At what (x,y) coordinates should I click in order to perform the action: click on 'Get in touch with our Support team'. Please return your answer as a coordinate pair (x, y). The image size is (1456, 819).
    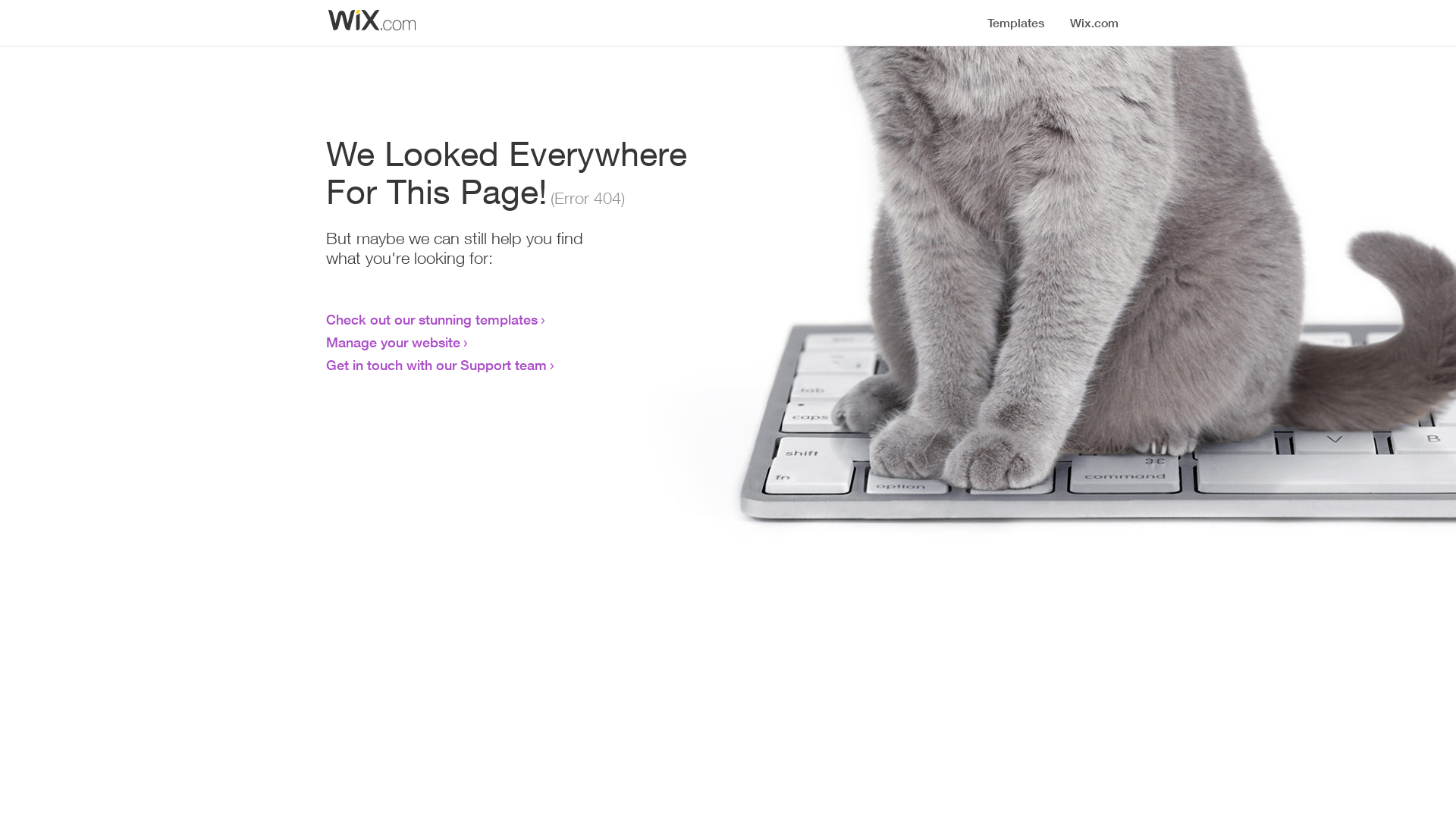
    Looking at the image, I should click on (435, 365).